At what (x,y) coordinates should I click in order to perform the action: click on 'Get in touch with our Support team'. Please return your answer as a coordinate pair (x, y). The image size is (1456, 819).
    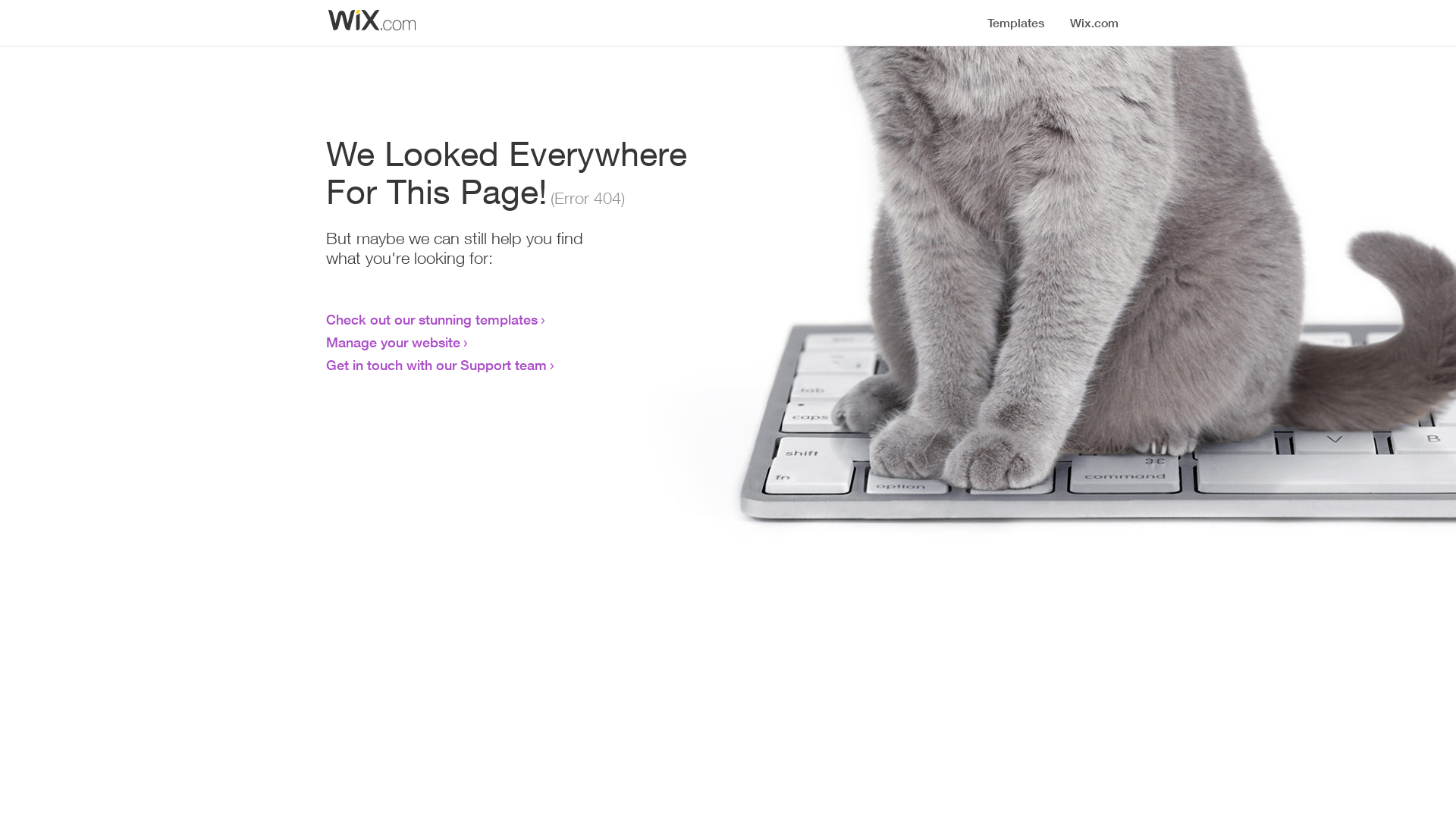
    Looking at the image, I should click on (435, 365).